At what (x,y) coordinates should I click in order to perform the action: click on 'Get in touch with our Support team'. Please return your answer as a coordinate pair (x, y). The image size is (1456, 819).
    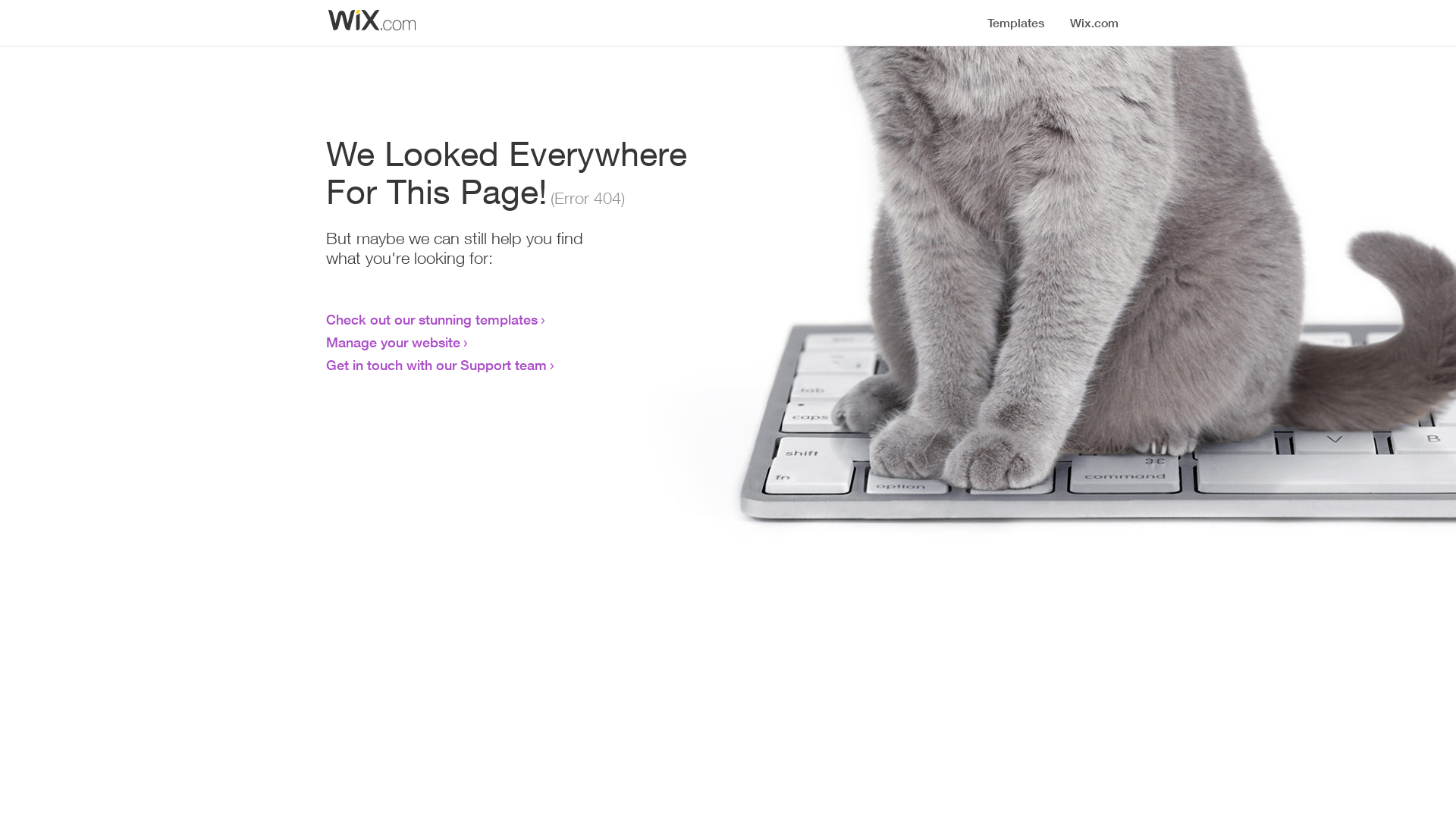
    Looking at the image, I should click on (435, 365).